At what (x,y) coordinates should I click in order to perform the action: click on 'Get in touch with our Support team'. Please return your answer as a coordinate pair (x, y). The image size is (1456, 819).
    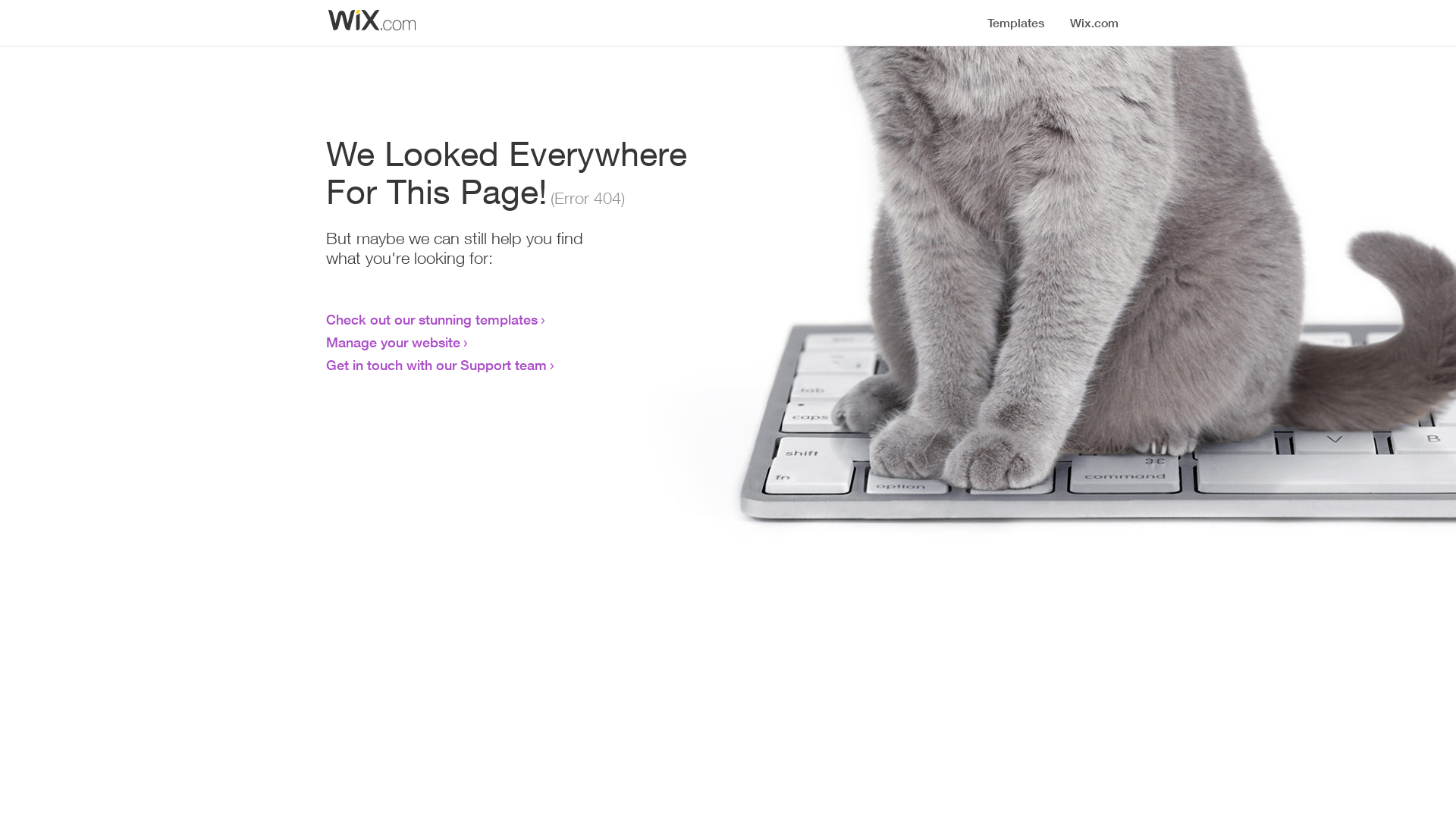
    Looking at the image, I should click on (435, 365).